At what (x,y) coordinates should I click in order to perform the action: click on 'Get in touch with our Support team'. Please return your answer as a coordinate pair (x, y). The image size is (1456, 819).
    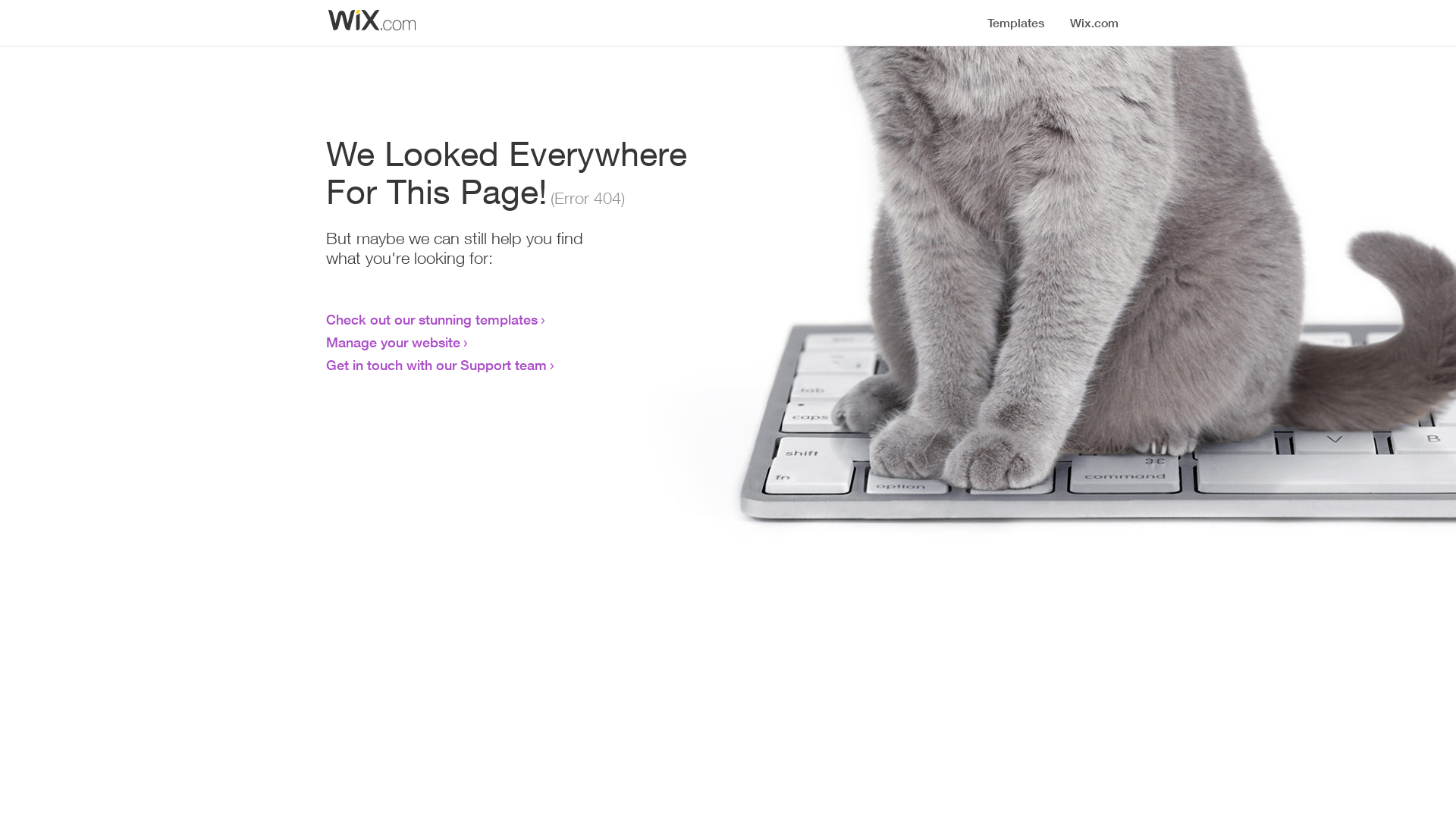
    Looking at the image, I should click on (435, 365).